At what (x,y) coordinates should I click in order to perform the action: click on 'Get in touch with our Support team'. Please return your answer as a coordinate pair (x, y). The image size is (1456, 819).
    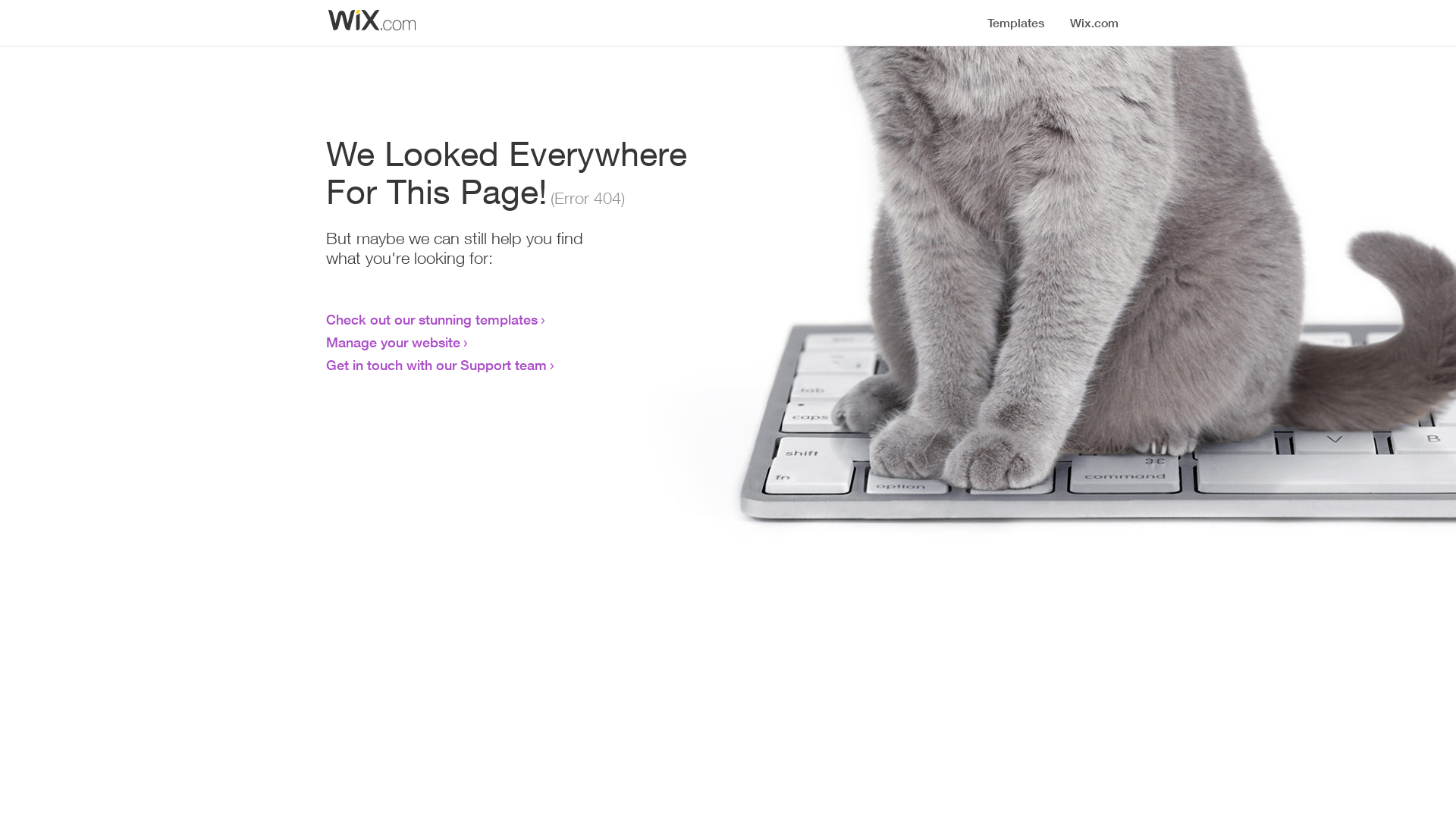
    Looking at the image, I should click on (435, 365).